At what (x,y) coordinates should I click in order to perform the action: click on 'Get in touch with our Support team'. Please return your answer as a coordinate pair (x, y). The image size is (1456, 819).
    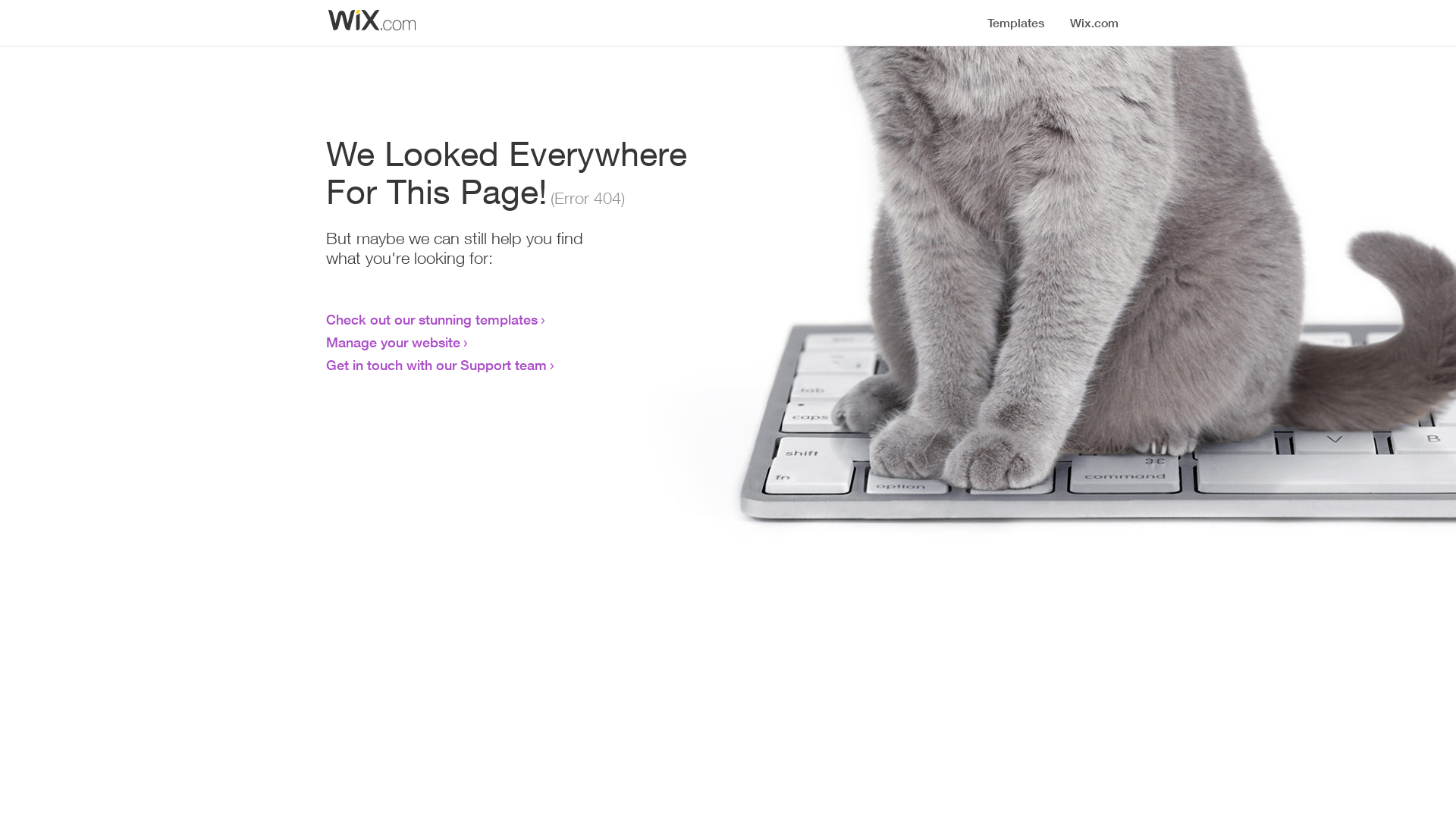
    Looking at the image, I should click on (435, 365).